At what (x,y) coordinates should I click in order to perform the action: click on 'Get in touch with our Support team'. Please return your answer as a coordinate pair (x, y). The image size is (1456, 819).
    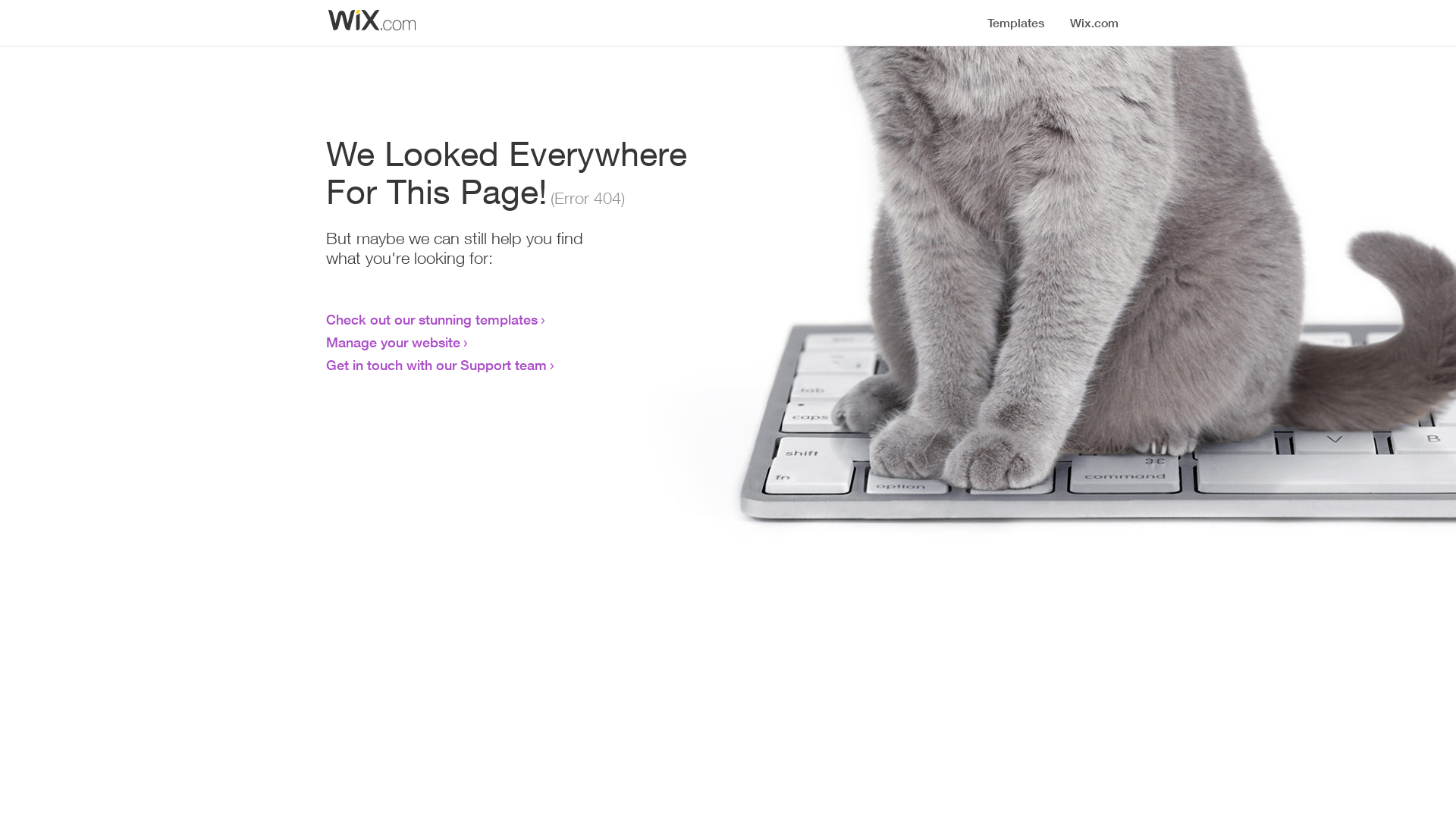
    Looking at the image, I should click on (435, 365).